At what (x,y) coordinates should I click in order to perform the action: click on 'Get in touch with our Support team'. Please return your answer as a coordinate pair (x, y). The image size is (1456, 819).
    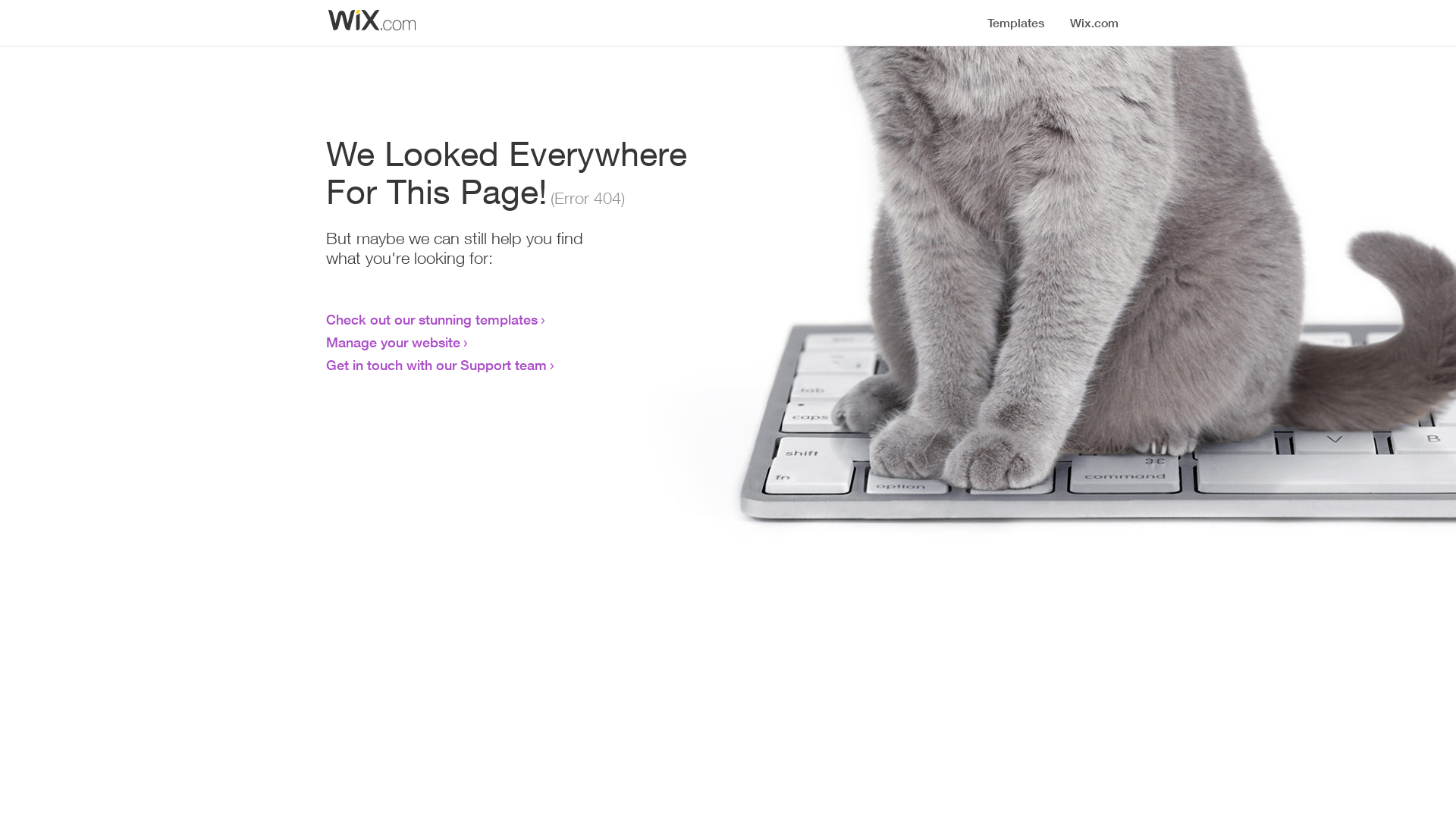
    Looking at the image, I should click on (435, 365).